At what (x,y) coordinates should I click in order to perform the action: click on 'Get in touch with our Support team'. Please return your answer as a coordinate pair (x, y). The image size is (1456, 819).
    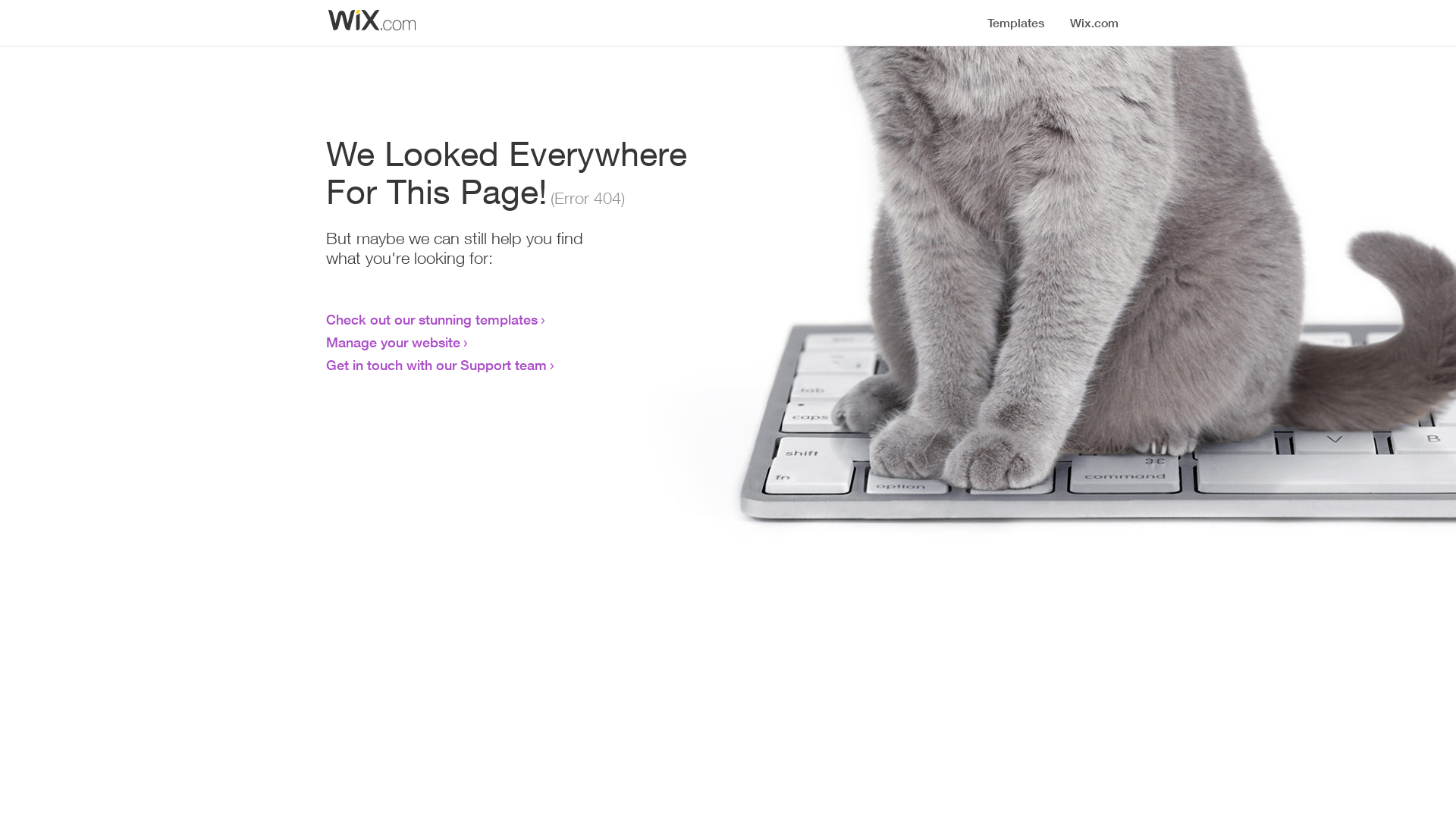
    Looking at the image, I should click on (435, 365).